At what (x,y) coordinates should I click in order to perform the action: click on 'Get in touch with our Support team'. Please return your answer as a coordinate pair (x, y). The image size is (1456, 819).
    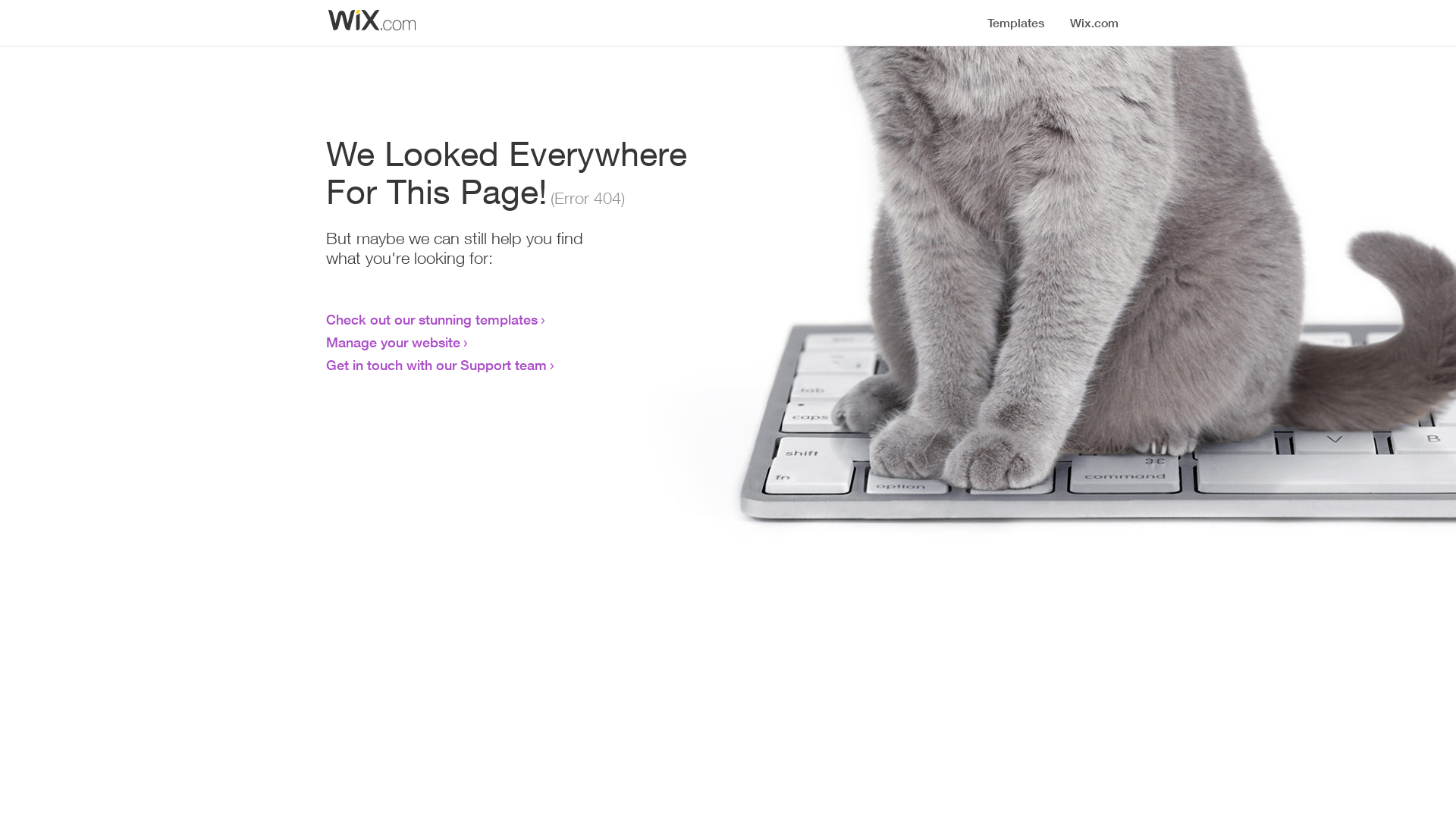
    Looking at the image, I should click on (435, 365).